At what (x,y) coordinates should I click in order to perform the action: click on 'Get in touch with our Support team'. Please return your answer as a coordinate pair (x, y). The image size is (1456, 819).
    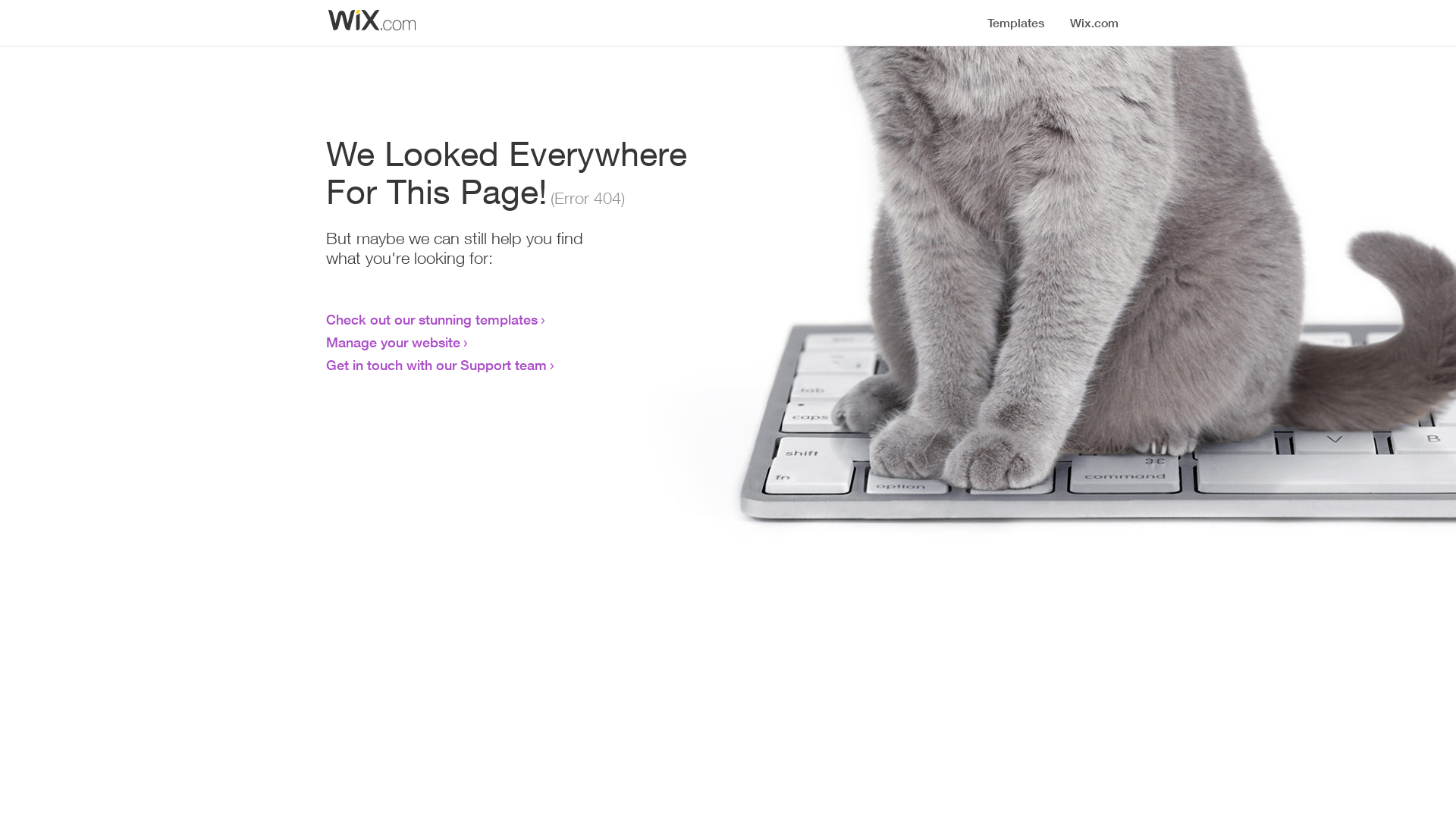
    Looking at the image, I should click on (435, 365).